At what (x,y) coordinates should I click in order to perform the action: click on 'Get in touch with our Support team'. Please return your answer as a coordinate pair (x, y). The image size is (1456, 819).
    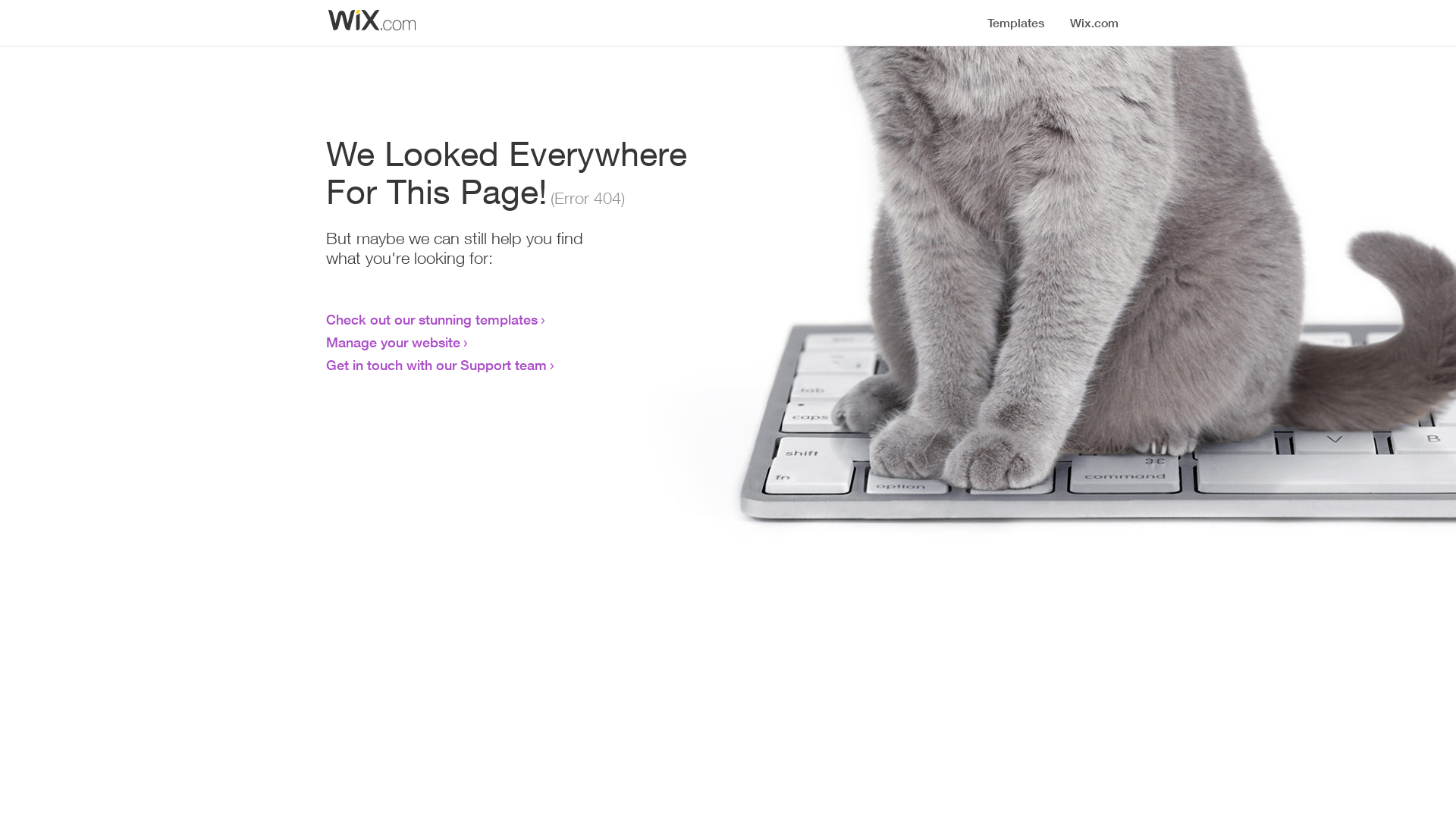
    Looking at the image, I should click on (435, 365).